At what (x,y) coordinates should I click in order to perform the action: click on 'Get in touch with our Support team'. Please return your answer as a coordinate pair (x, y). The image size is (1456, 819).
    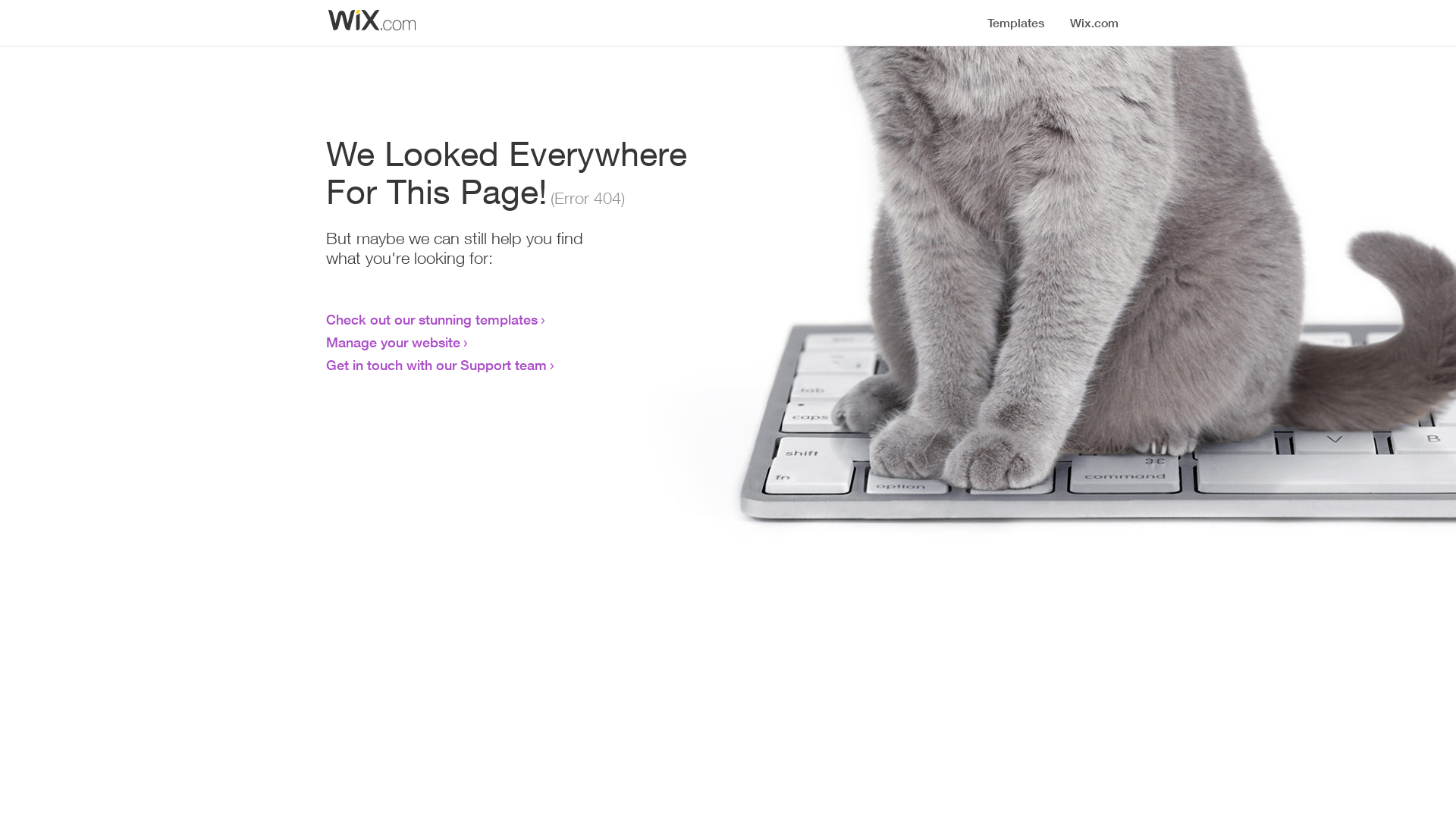
    Looking at the image, I should click on (435, 365).